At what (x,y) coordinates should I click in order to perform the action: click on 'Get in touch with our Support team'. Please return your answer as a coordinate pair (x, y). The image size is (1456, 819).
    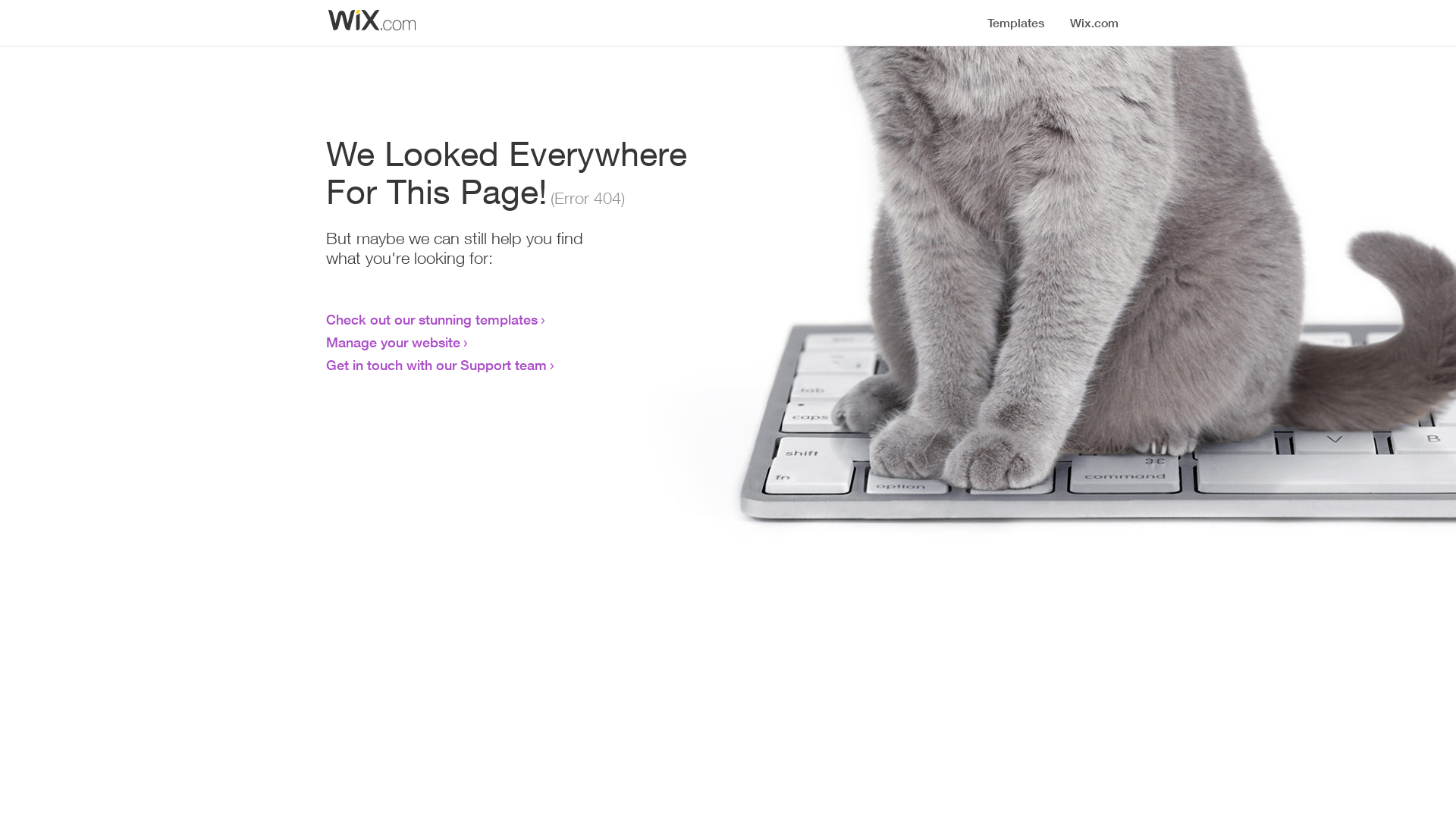
    Looking at the image, I should click on (435, 365).